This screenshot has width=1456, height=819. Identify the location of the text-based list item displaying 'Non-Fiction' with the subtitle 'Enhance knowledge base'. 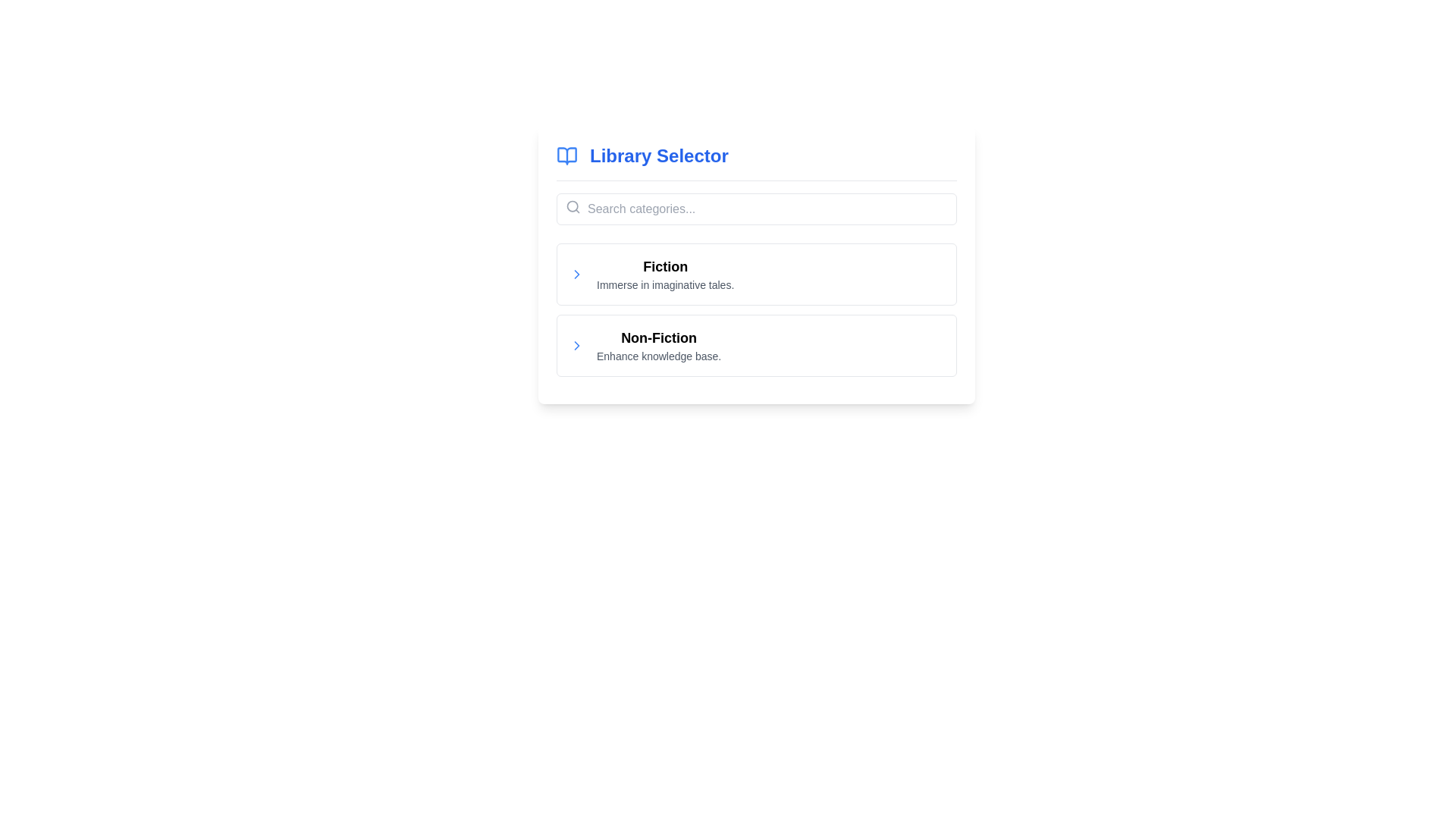
(659, 345).